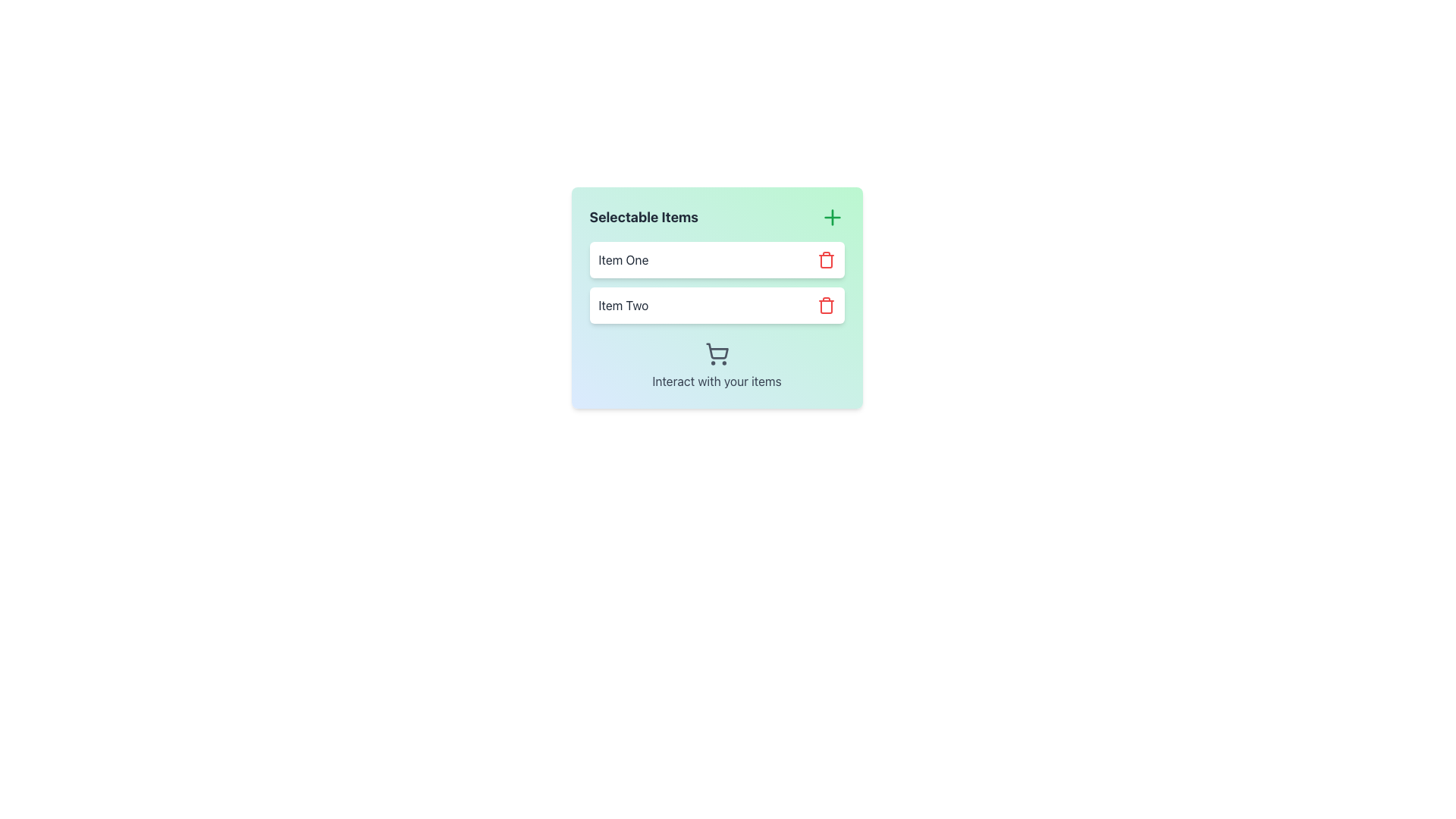 This screenshot has height=819, width=1456. Describe the element at coordinates (716, 366) in the screenshot. I see `the text 'Interact with your items' located at the bottom of the card layout` at that location.